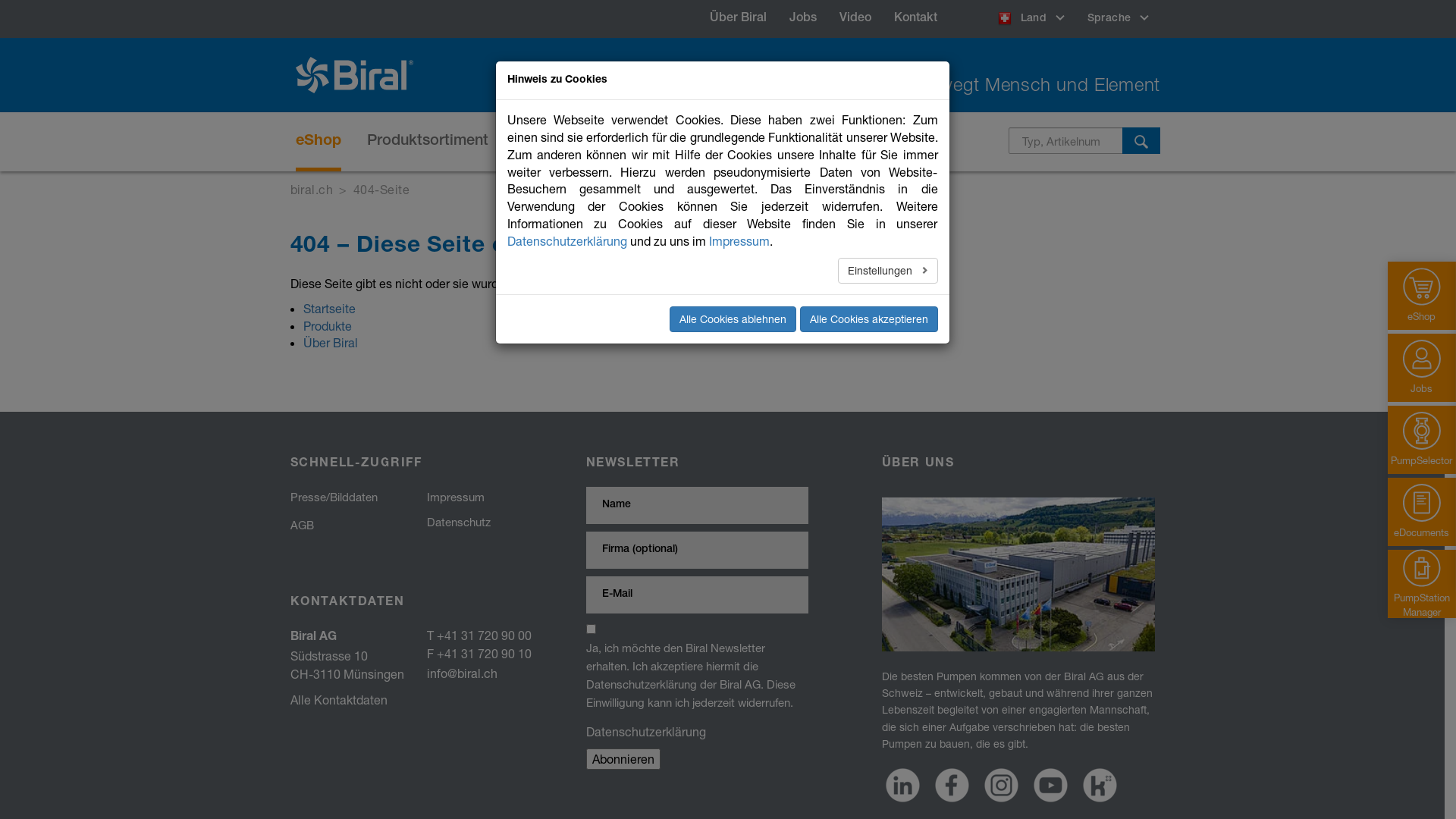 Image resolution: width=1456 pixels, height=819 pixels. Describe the element at coordinates (425, 672) in the screenshot. I see `'info@biral.ch'` at that location.